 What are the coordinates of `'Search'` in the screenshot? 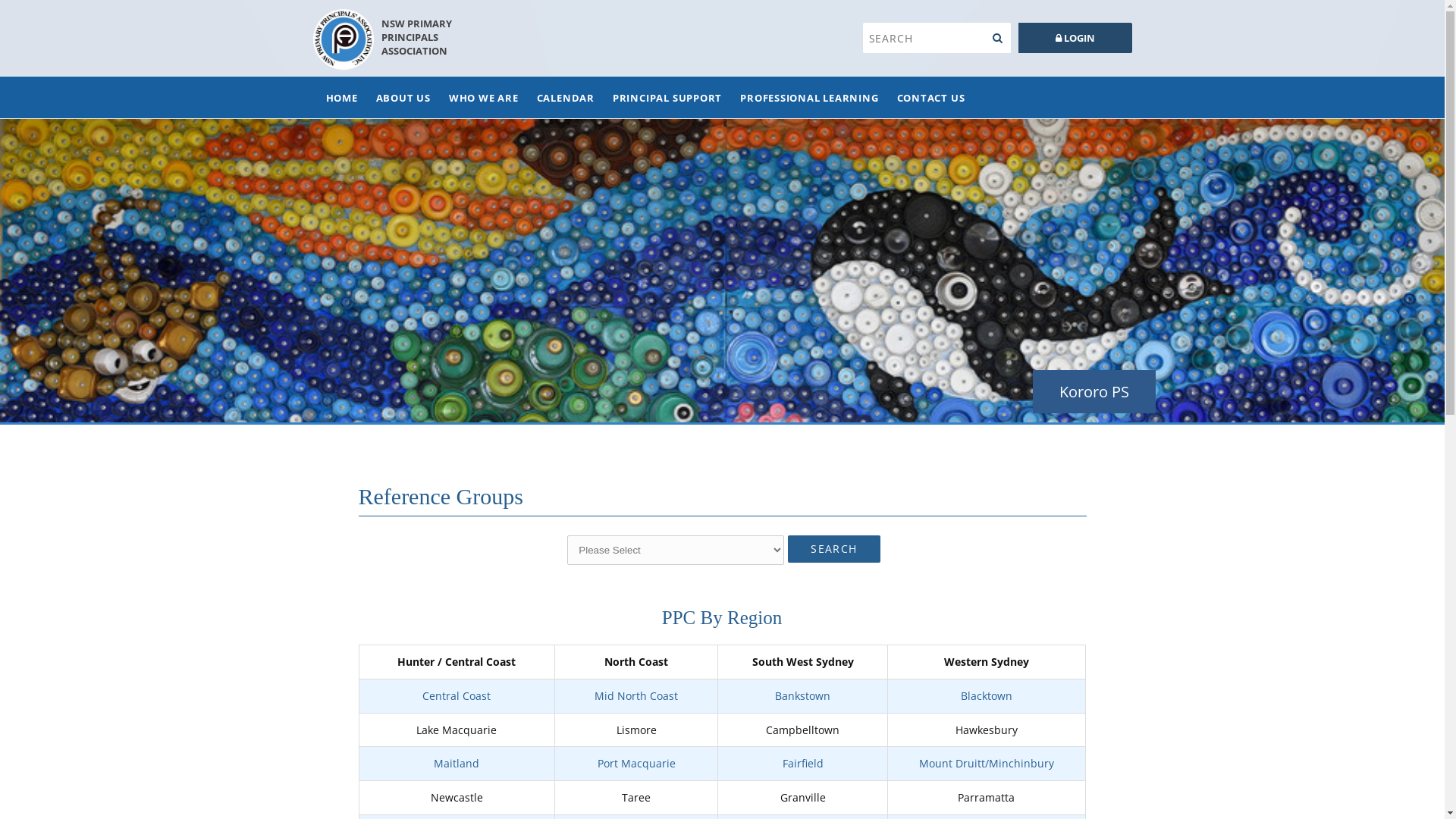 It's located at (923, 37).